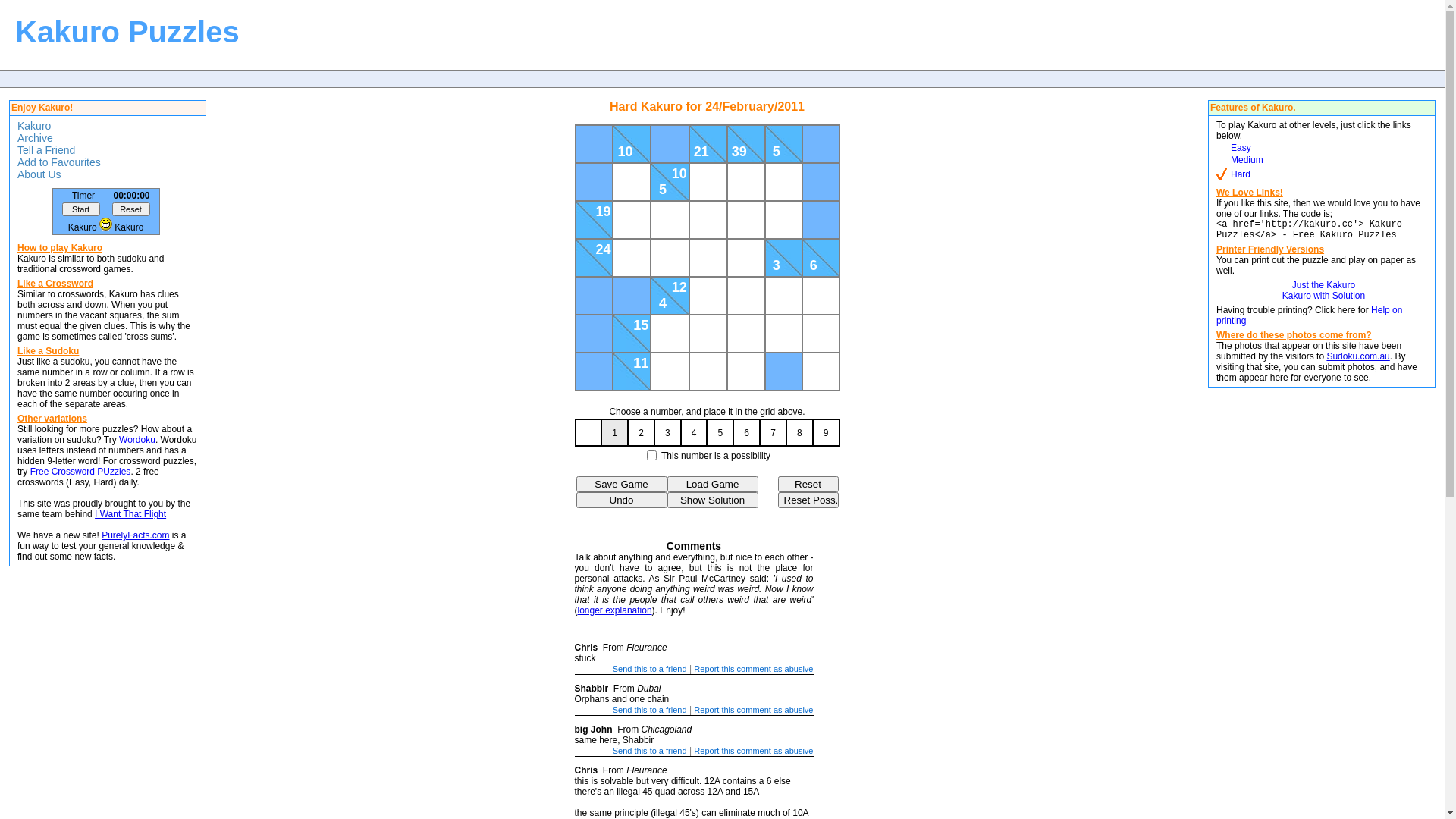 The image size is (1456, 819). What do you see at coordinates (101, 534) in the screenshot?
I see `'PurelyFacts.com'` at bounding box center [101, 534].